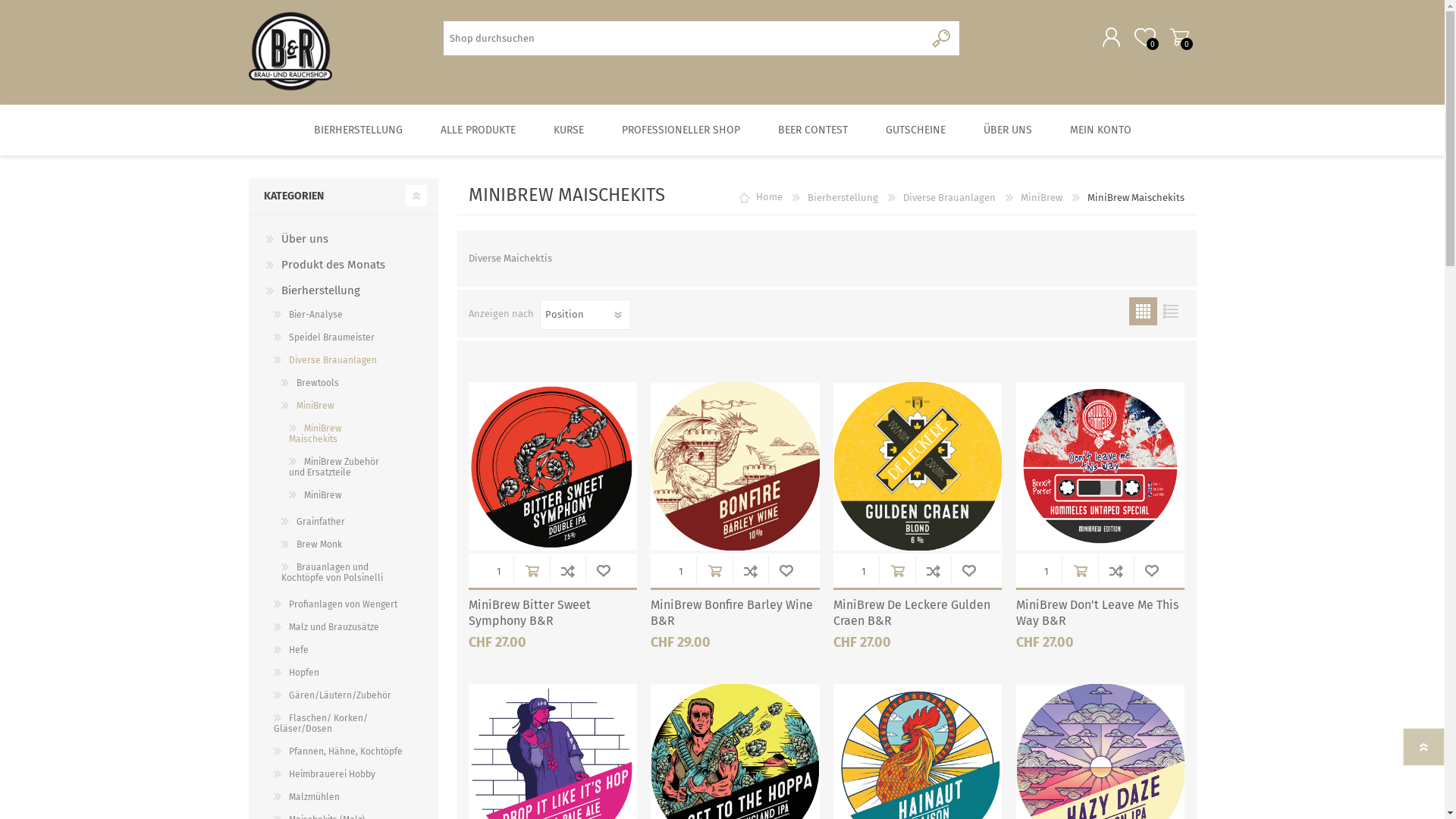 Image resolution: width=1456 pixels, height=819 pixels. Describe the element at coordinates (1170, 310) in the screenshot. I see `'Liste'` at that location.